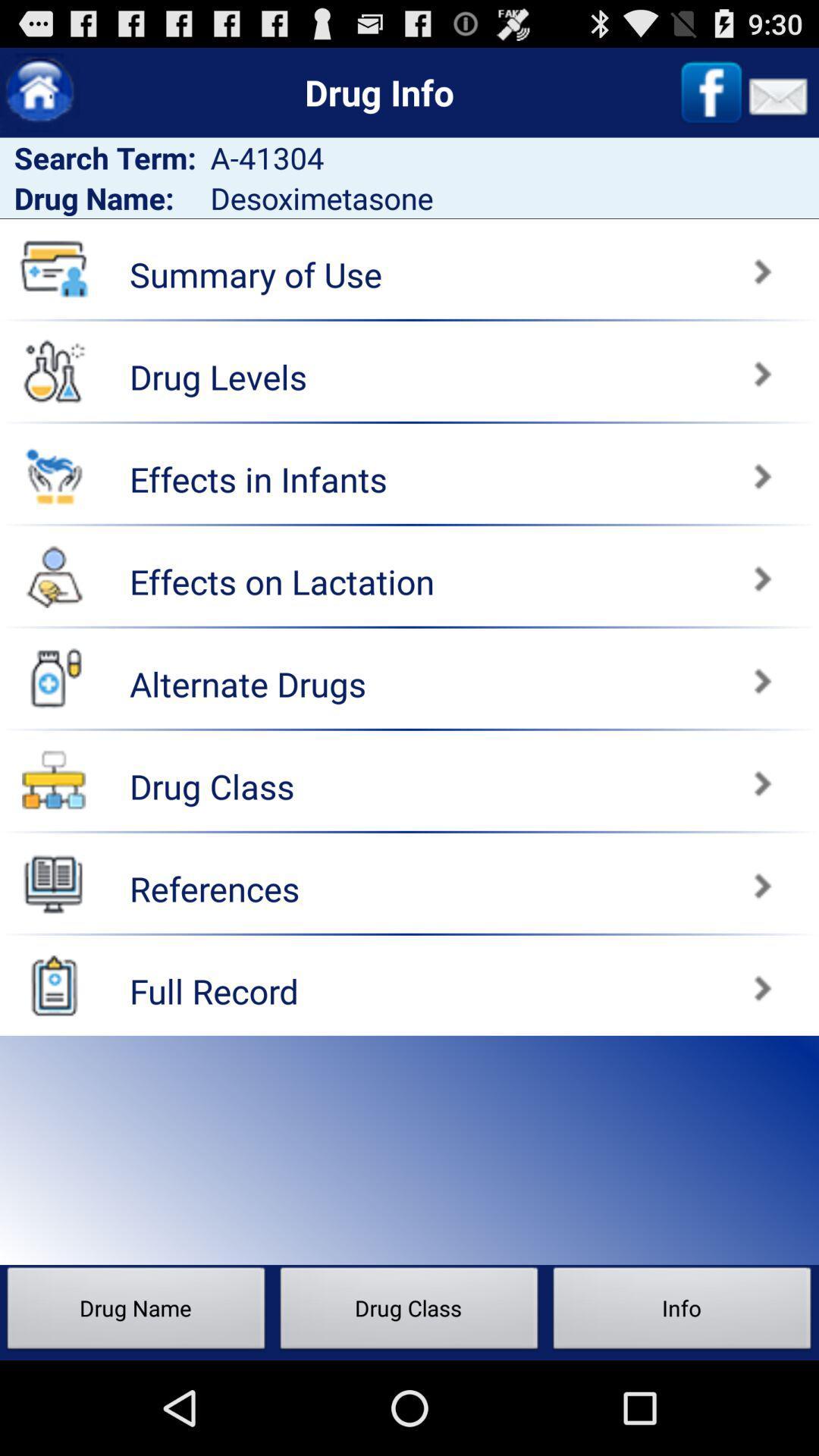 Image resolution: width=819 pixels, height=1456 pixels. Describe the element at coordinates (617, 264) in the screenshot. I see `summary` at that location.